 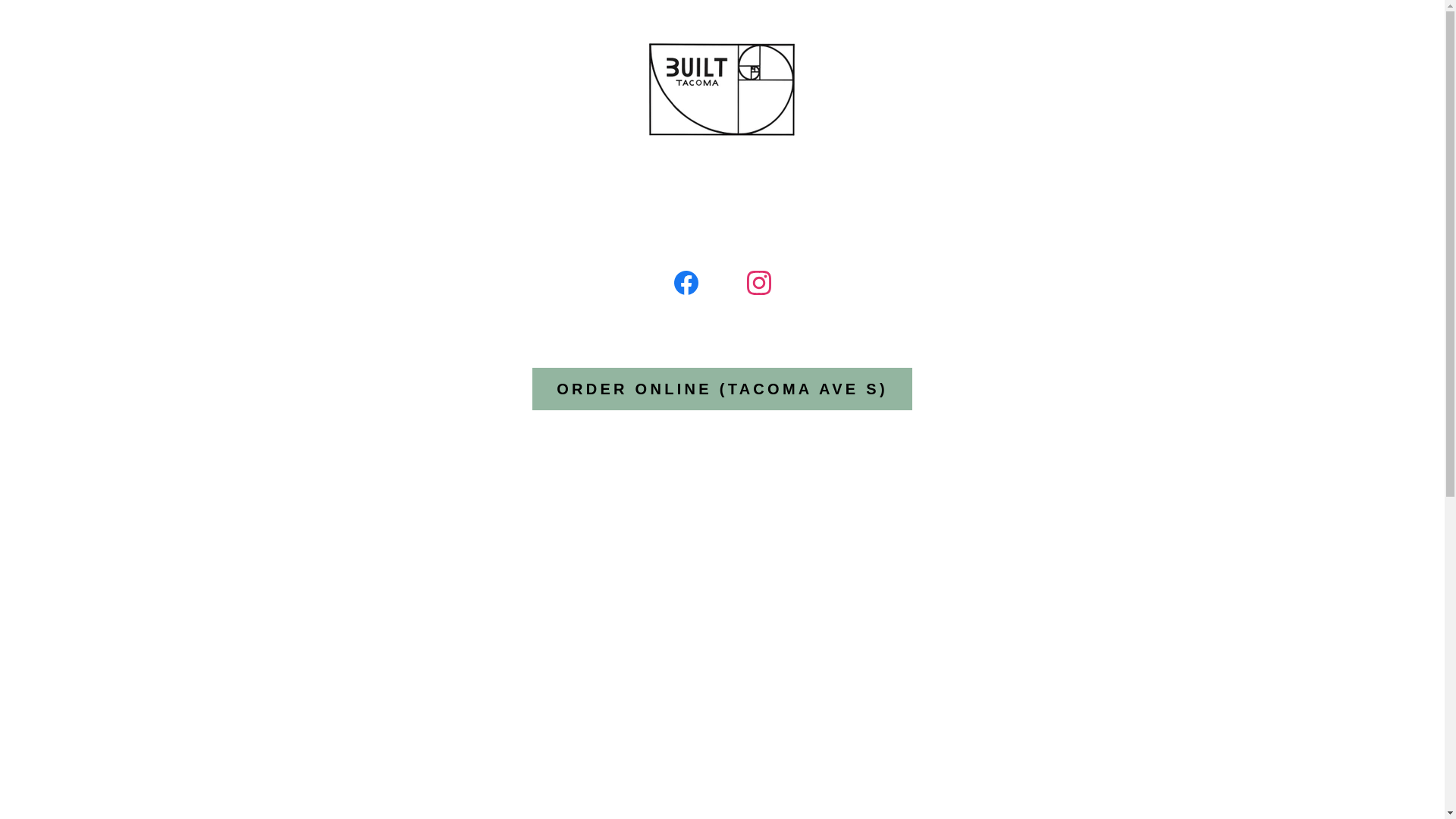 What do you see at coordinates (721, 388) in the screenshot?
I see `'ORDER ONLINE (TACOMA AVE S)'` at bounding box center [721, 388].